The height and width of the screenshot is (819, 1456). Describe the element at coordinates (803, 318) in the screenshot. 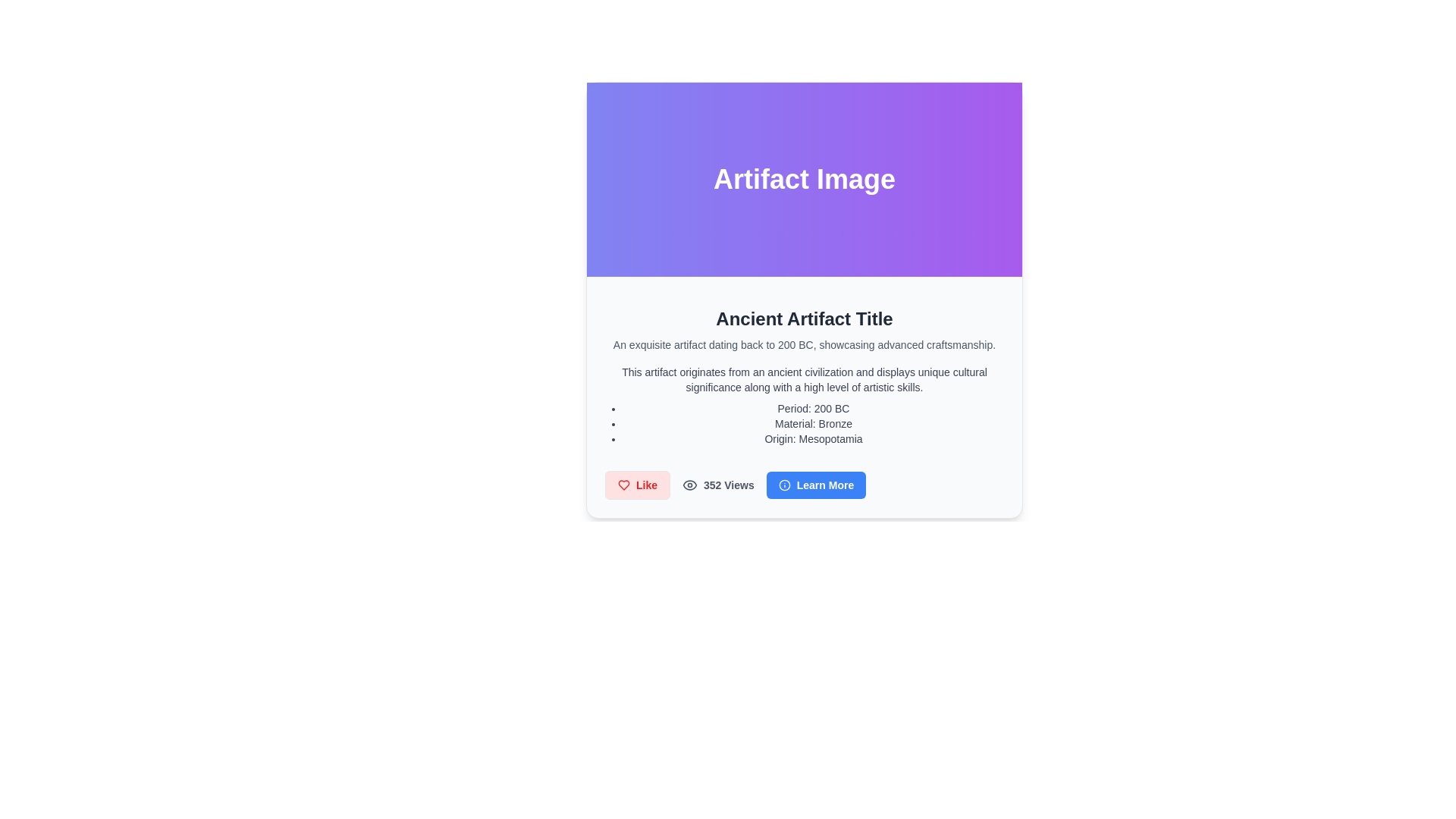

I see `the bold, large-size text element displaying the title 'Ancient Artifact Title', located directly below the 'Artifact Image' within the rectangular card layout` at that location.